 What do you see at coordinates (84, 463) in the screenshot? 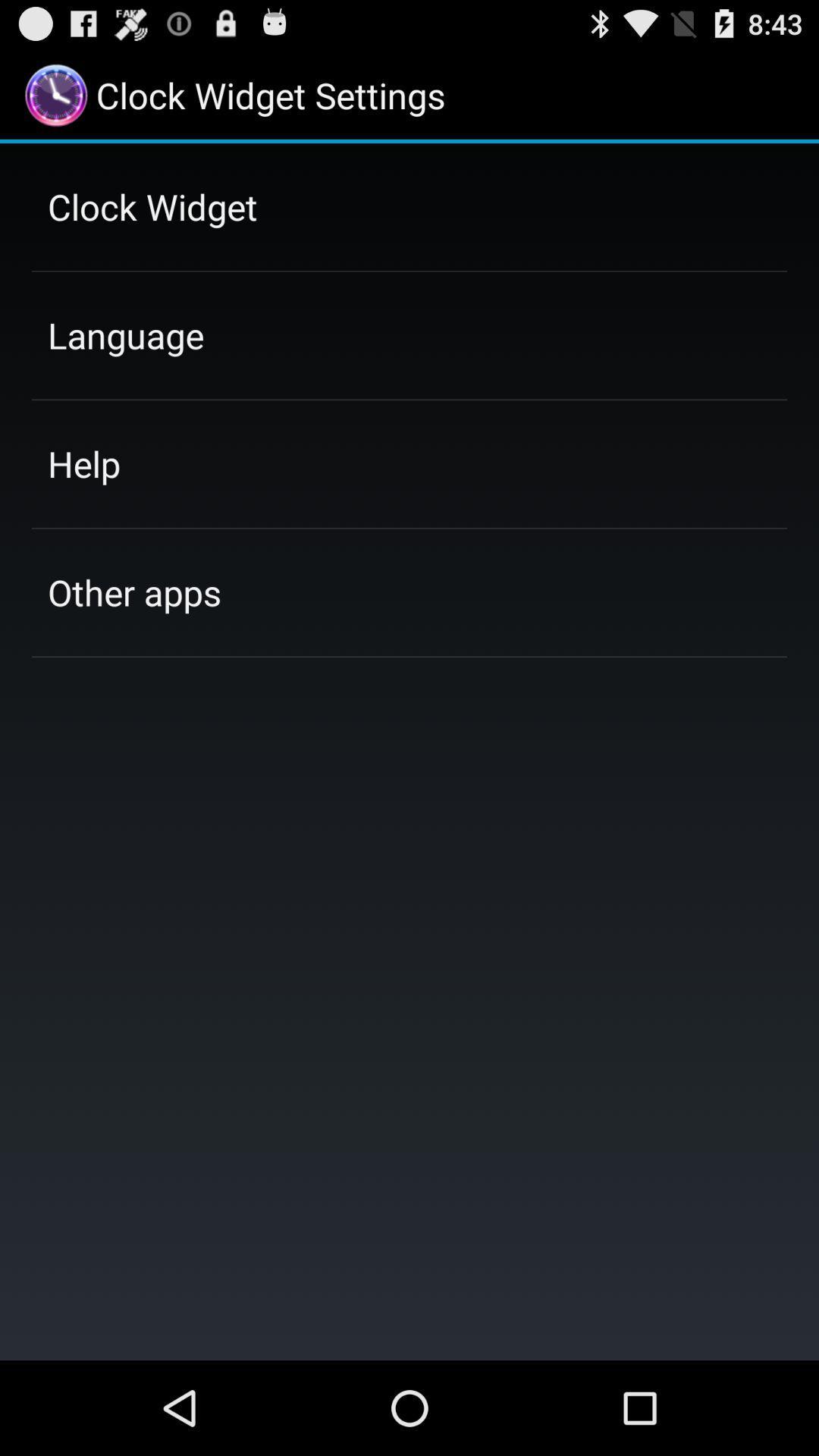
I see `the help item` at bounding box center [84, 463].